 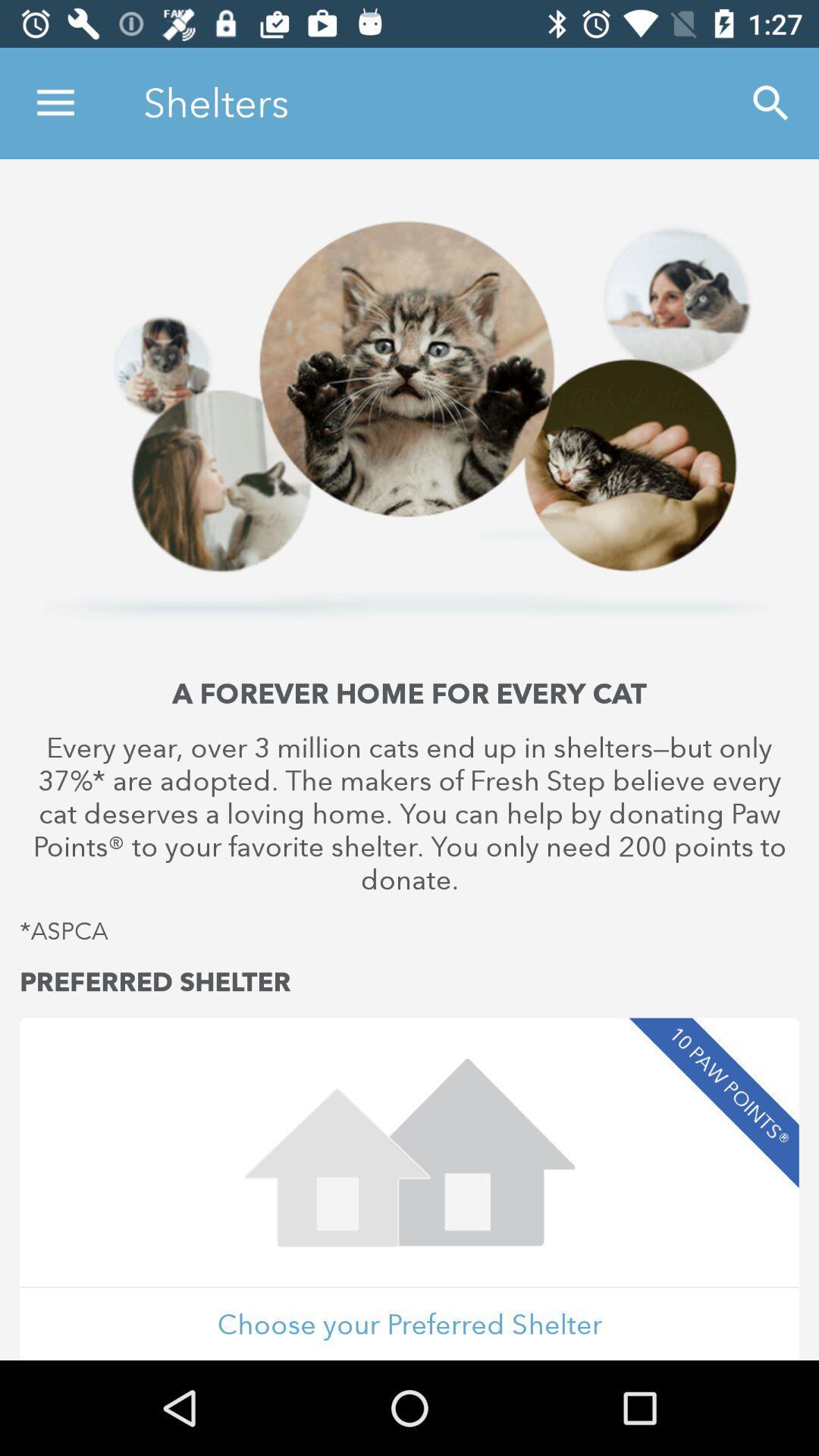 What do you see at coordinates (771, 102) in the screenshot?
I see `icon to the right of the shelters icon` at bounding box center [771, 102].